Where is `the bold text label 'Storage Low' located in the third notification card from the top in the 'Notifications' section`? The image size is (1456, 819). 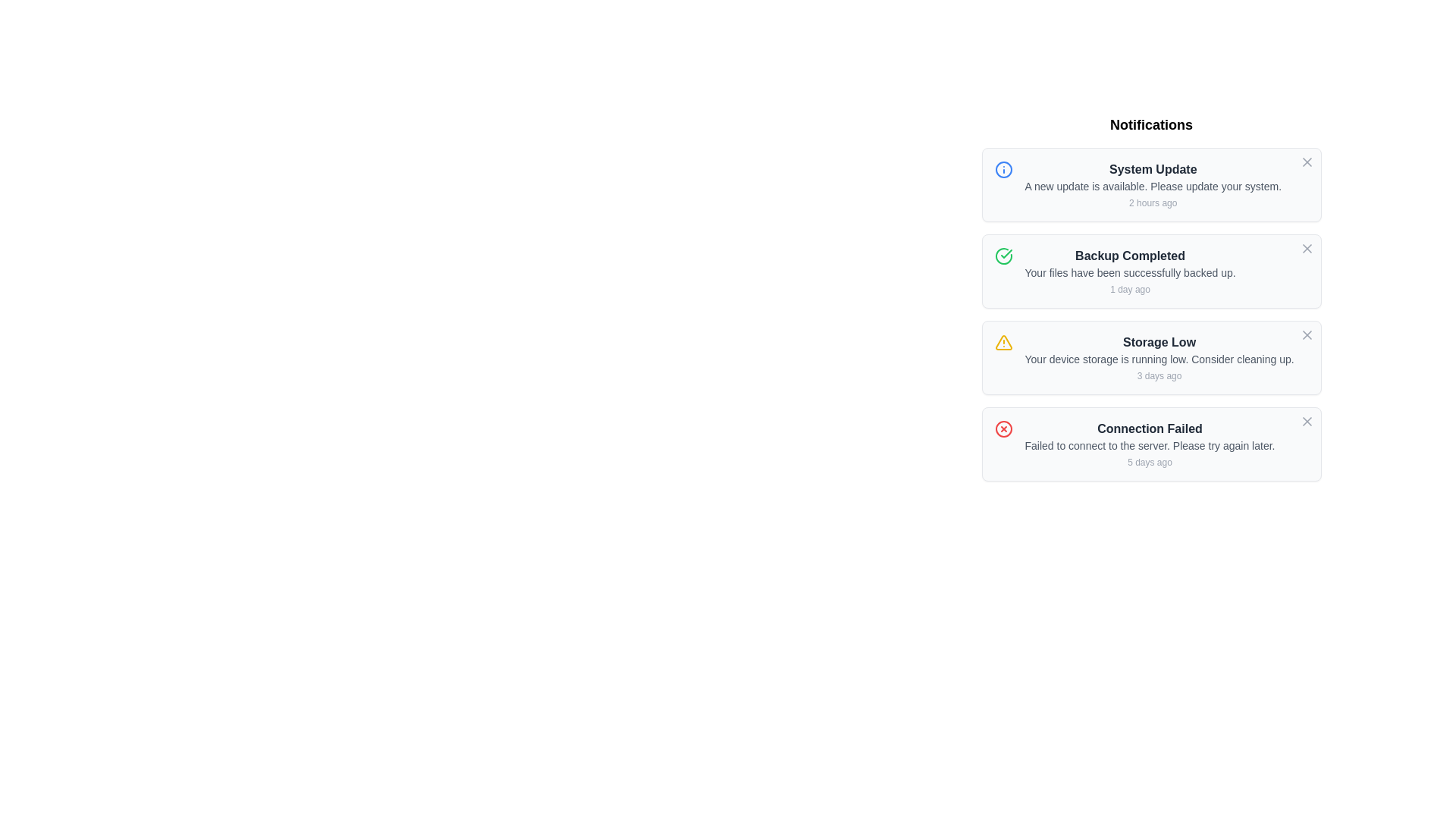
the bold text label 'Storage Low' located in the third notification card from the top in the 'Notifications' section is located at coordinates (1159, 342).